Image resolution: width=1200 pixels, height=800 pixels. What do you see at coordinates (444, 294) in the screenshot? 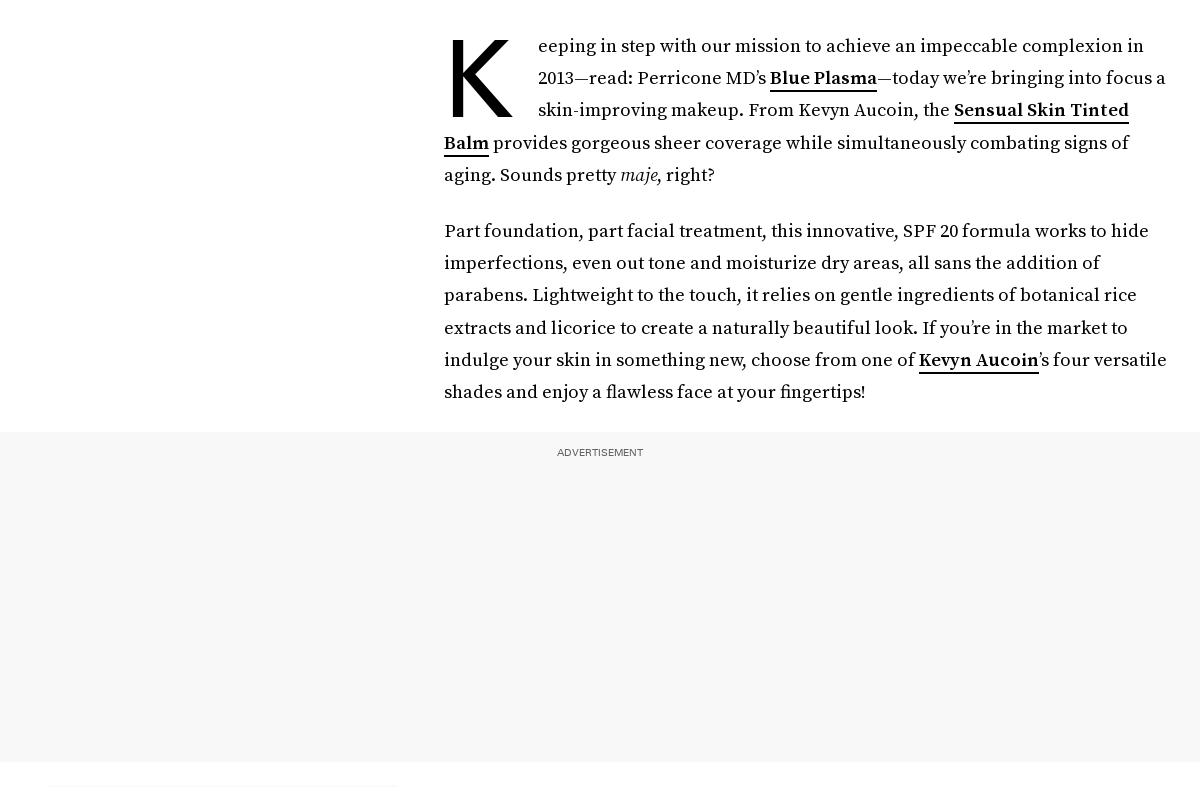
I see `'Part foundation, part facial treatment, this innovative, SPF 20 formula works to hide imperfections, even out tone and moisturize dry areas, all sans the addition of parabens. Lightweight to the touch, it relies on gentle ingredients of botanical rice extracts and licorice to create a naturally beautiful look. If you’re in the market to indulge your skin in something new, choose from one of'` at bounding box center [444, 294].